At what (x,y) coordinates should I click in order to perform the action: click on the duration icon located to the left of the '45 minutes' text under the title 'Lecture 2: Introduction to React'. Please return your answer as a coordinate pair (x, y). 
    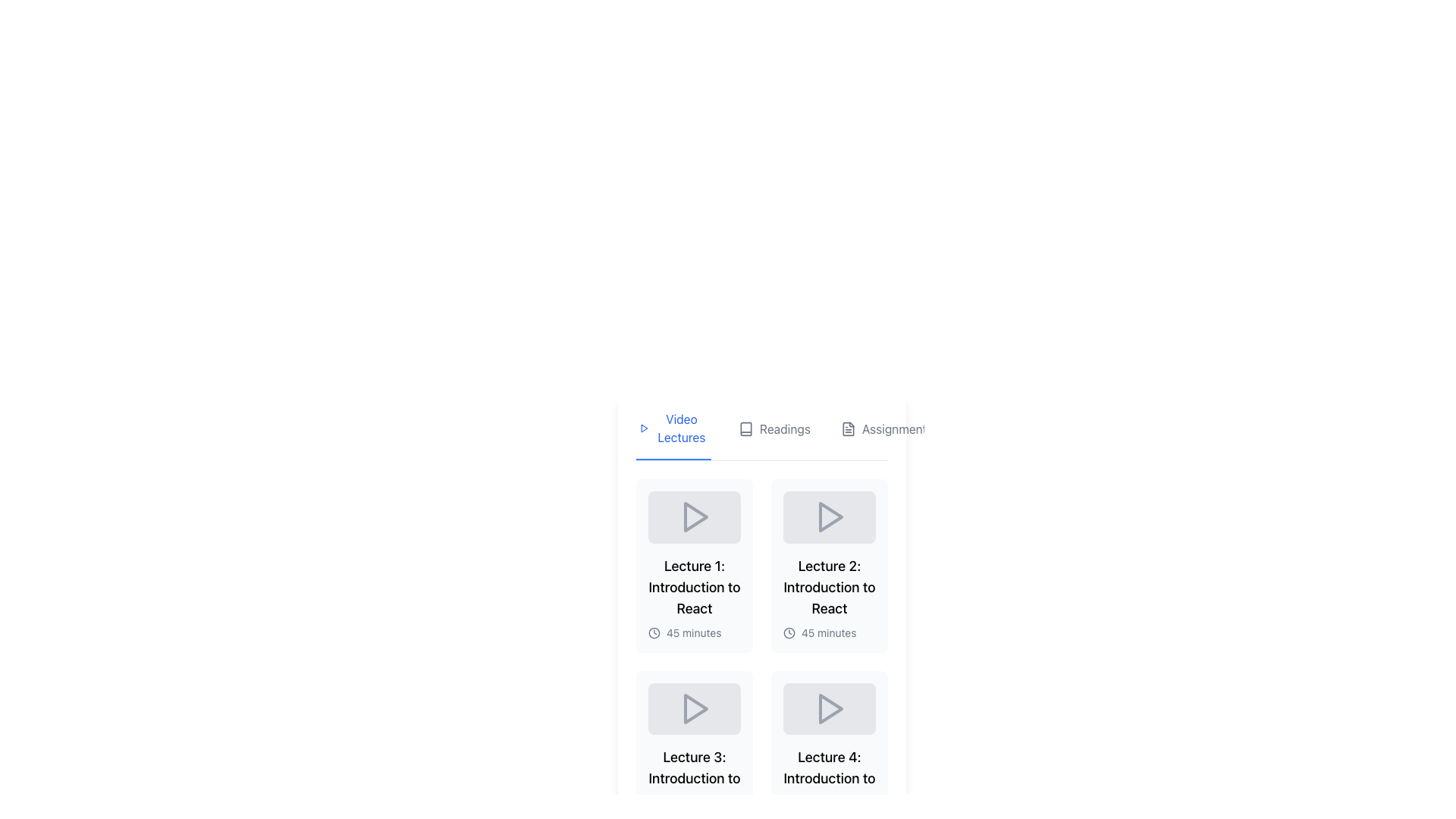
    Looking at the image, I should click on (654, 632).